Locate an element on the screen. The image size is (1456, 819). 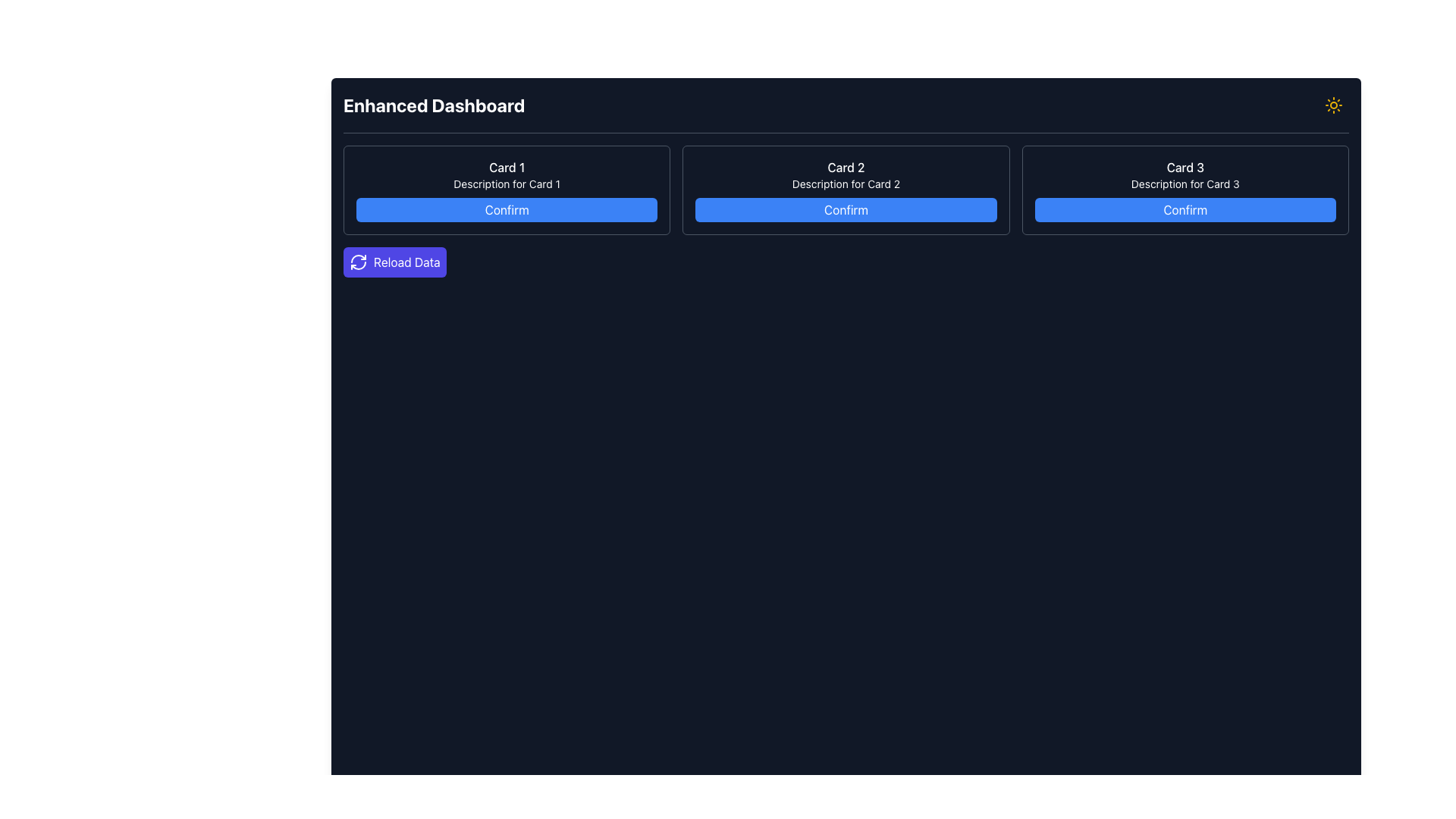
the static text label located between the title 'Card 1' and the blue 'Confirm' button in the first card of the row is located at coordinates (507, 184).